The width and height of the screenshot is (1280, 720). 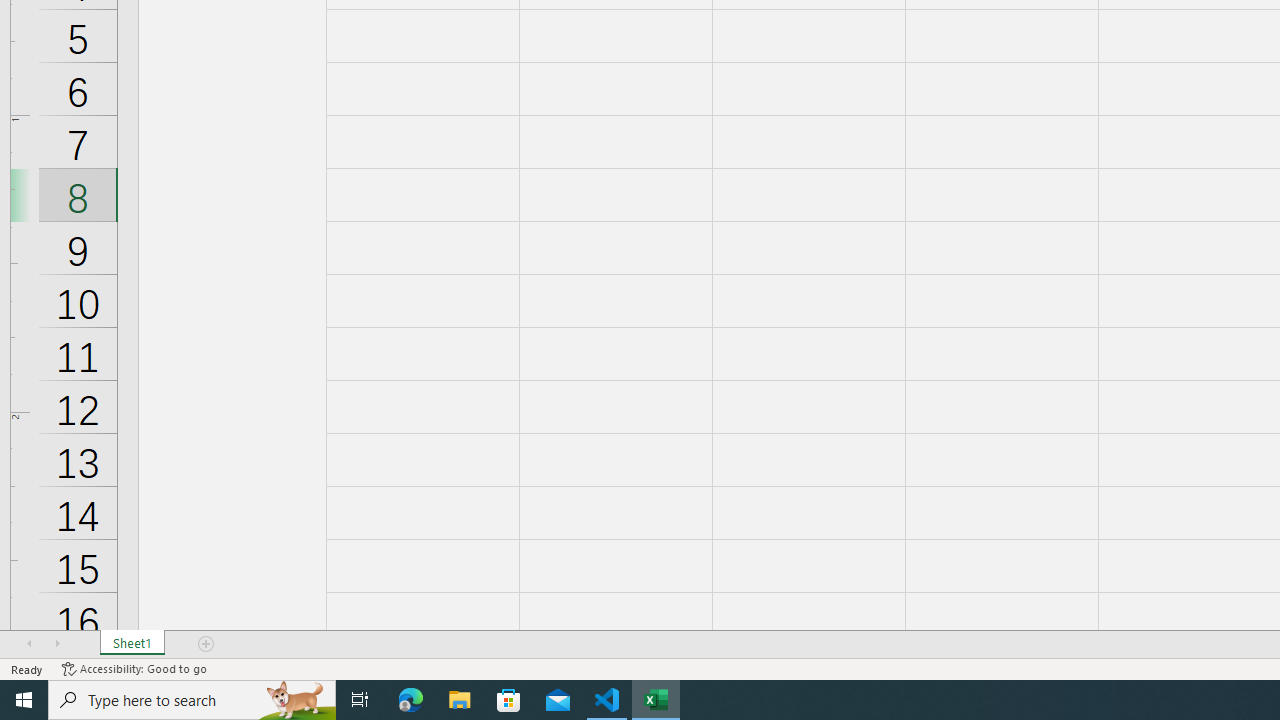 I want to click on 'Add Sheet', so click(x=207, y=644).